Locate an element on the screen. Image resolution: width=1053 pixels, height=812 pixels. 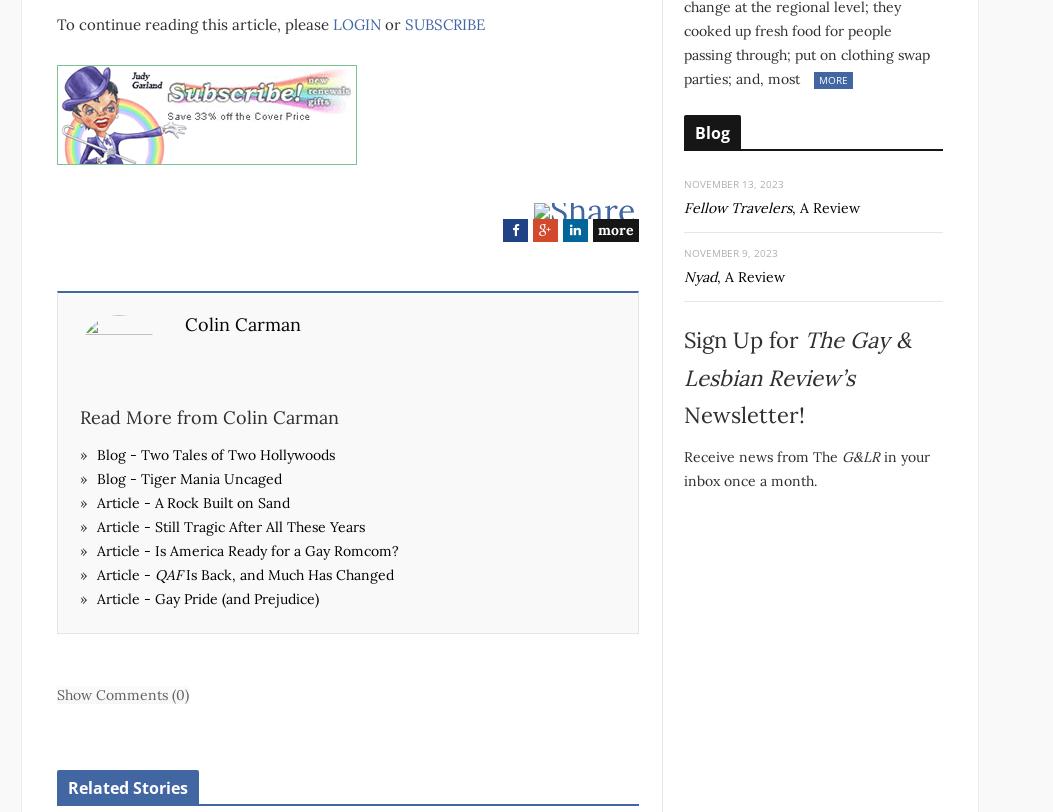
'Article - A Rock Built on Sand' is located at coordinates (193, 503).